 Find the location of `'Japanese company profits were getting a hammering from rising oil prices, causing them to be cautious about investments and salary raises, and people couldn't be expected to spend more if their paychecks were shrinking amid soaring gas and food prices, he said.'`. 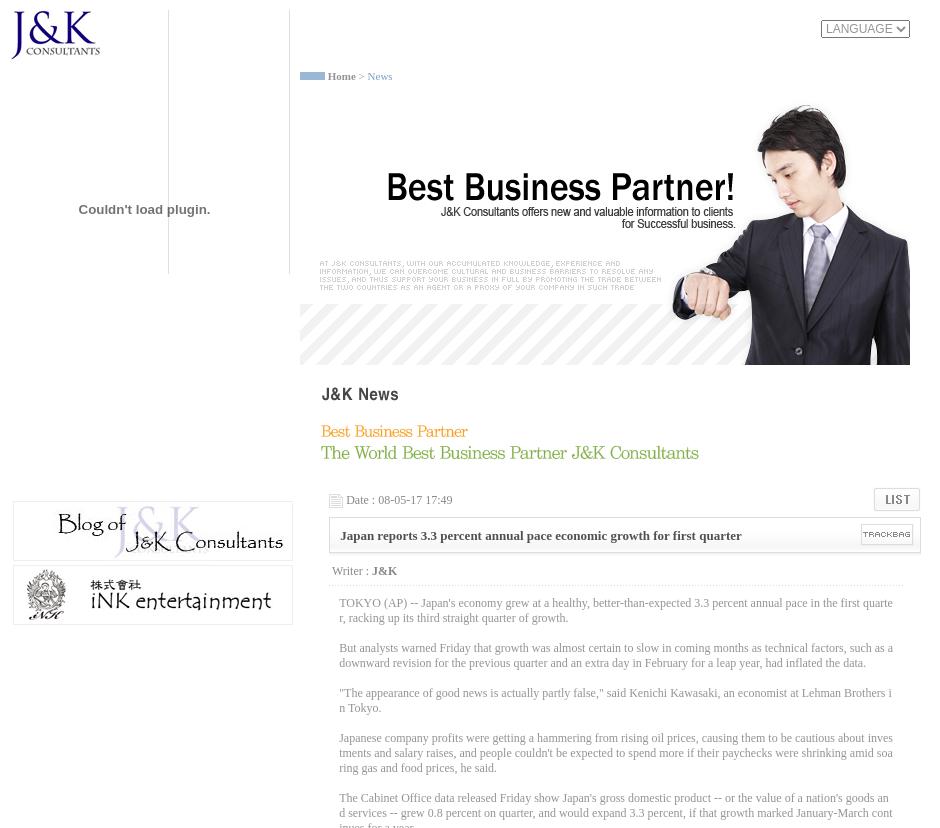

'Japanese company profits were getting a hammering from rising oil prices, causing them to be cautious about investments and salary raises, and people couldn't be expected to spend more if their paychecks were shrinking amid soaring gas and food prices, he said.' is located at coordinates (614, 751).